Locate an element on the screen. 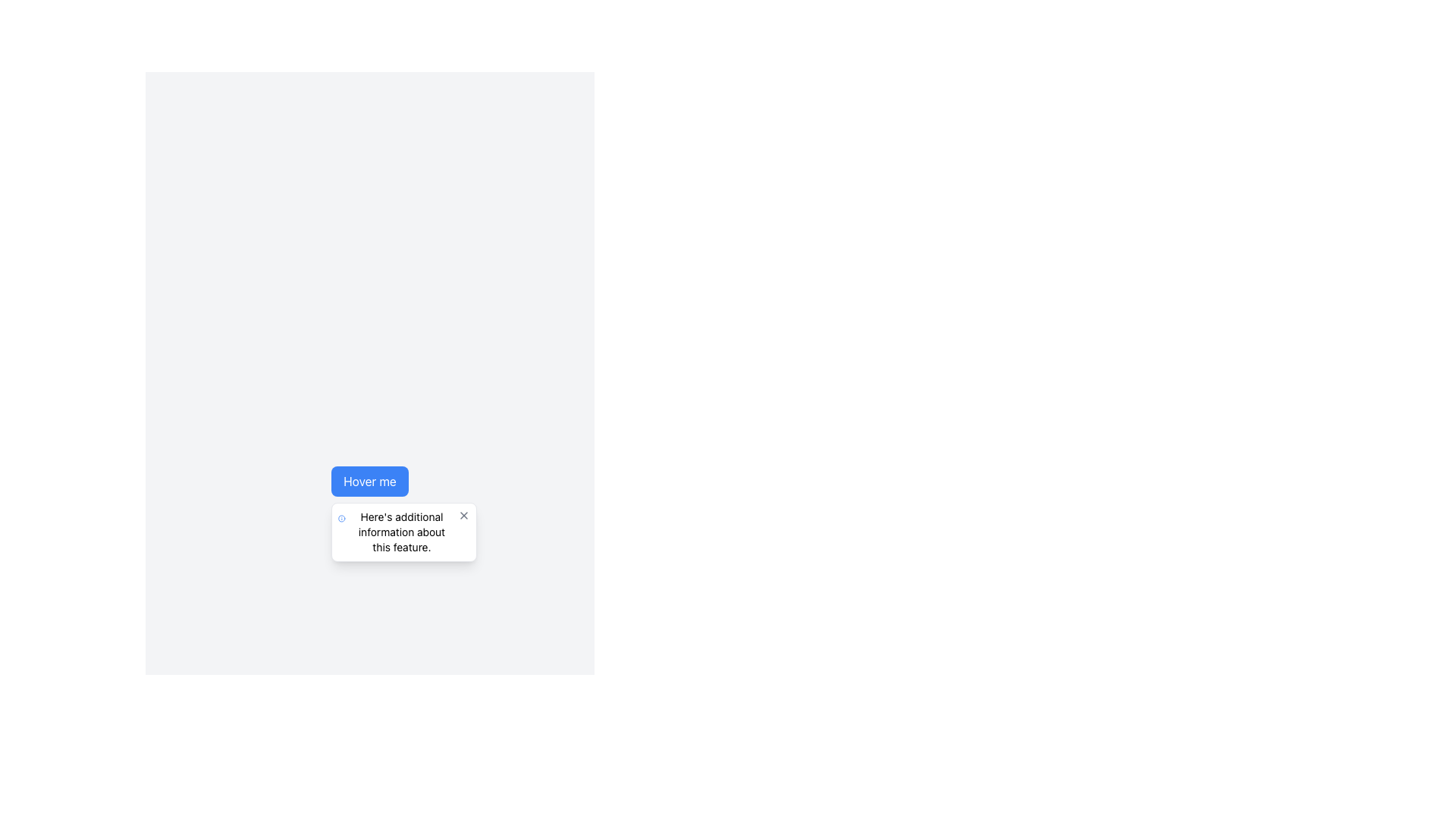  information presented in the tooltip box that appears below the 'Hover me' button, featuring a blue circular information icon and the text 'Here's additional information about this feature.' is located at coordinates (404, 532).